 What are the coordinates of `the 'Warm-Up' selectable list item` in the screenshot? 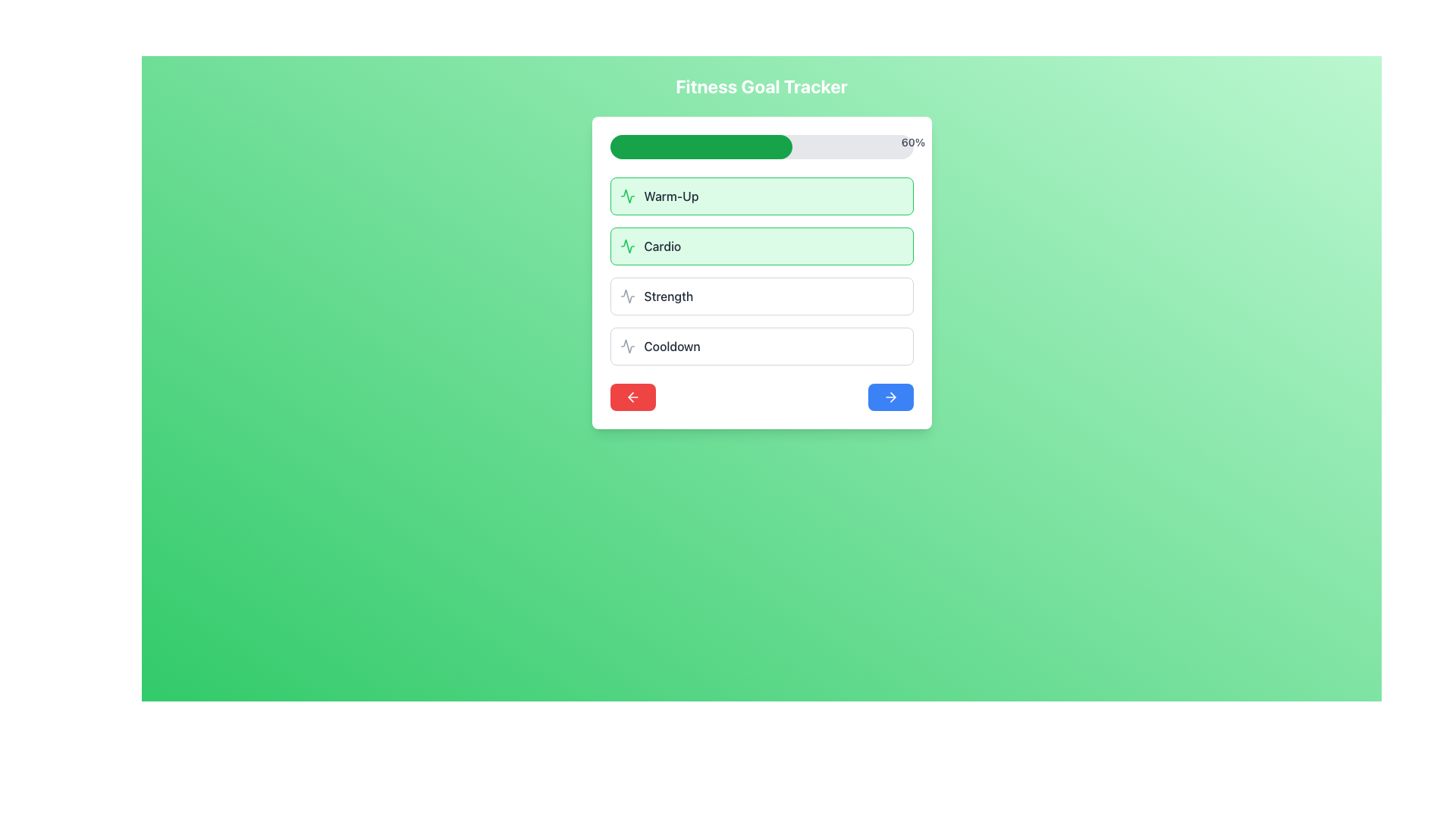 It's located at (761, 195).